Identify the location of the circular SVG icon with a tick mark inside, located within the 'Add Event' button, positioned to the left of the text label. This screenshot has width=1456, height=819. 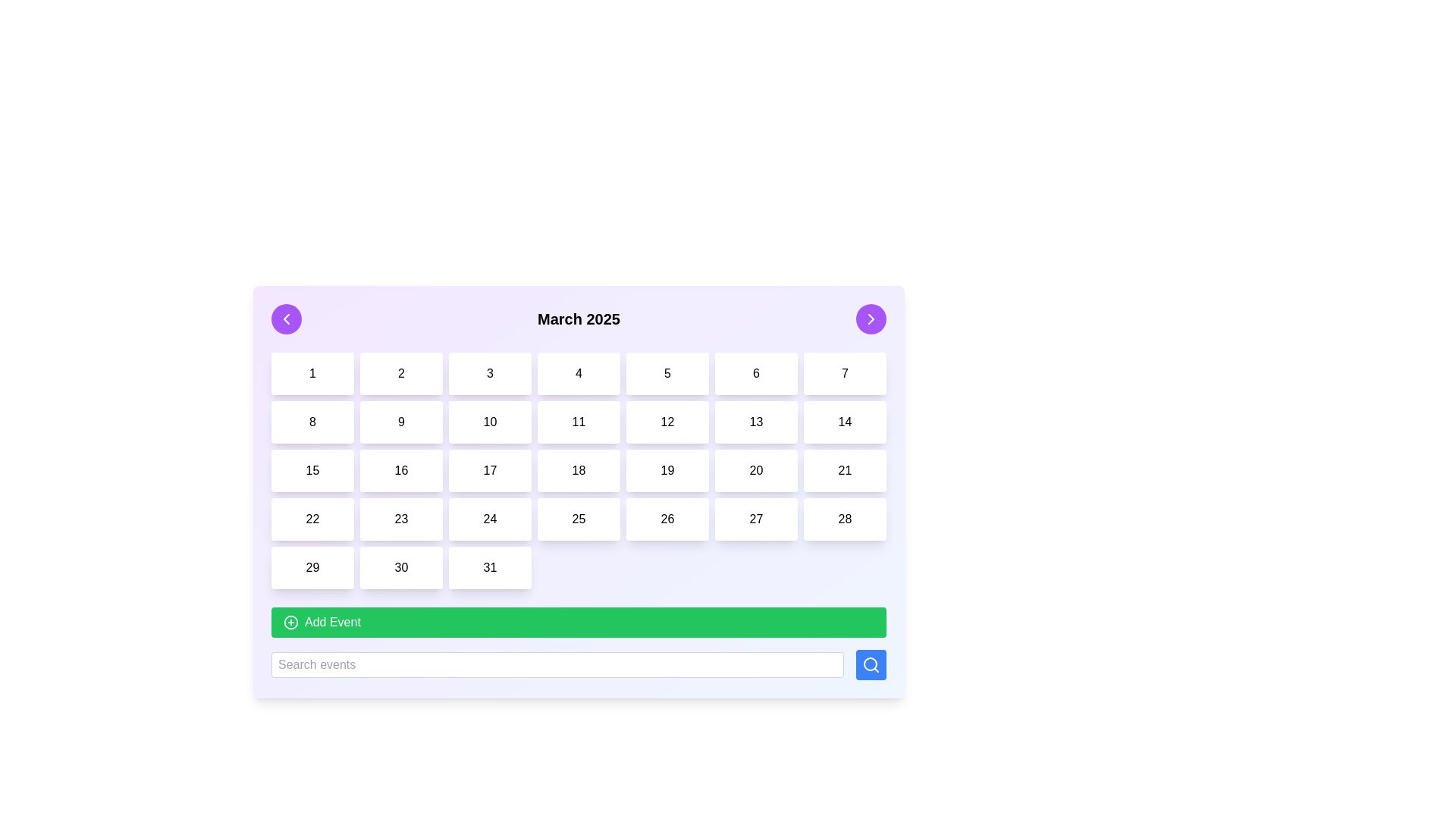
(291, 623).